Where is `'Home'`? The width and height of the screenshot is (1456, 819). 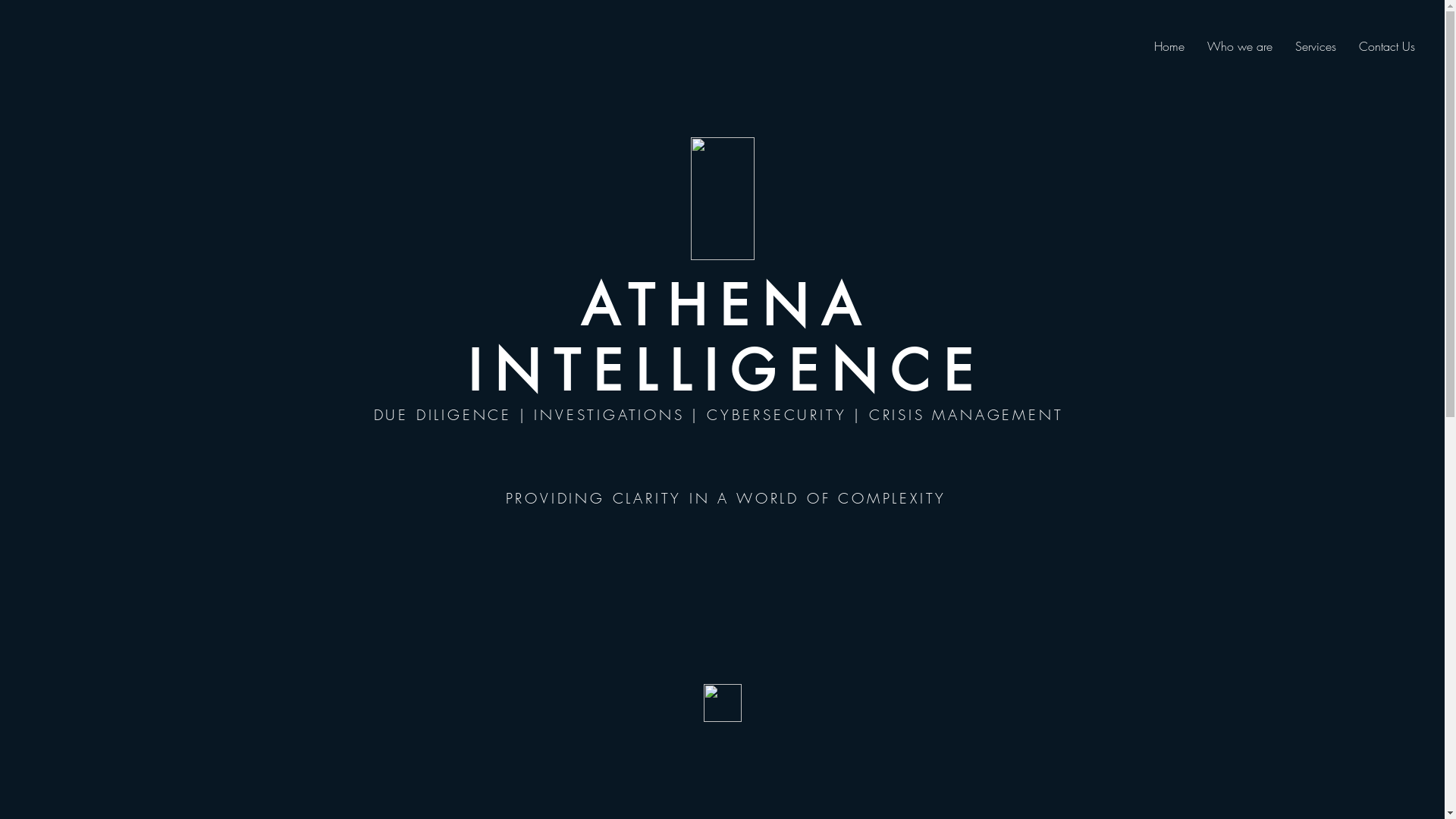
'Home' is located at coordinates (1168, 45).